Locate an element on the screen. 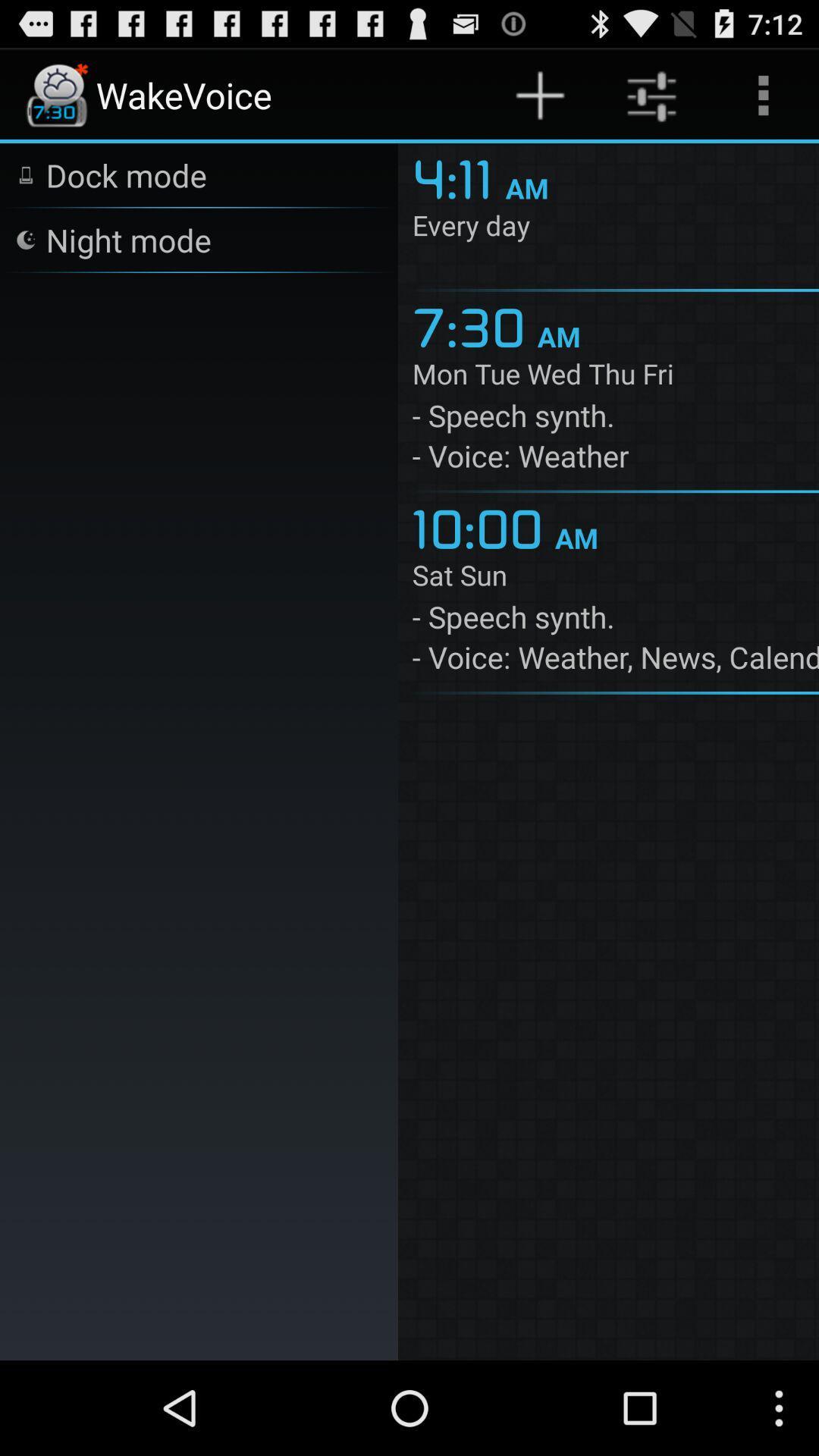  the item above - speech synth. is located at coordinates (615, 577).